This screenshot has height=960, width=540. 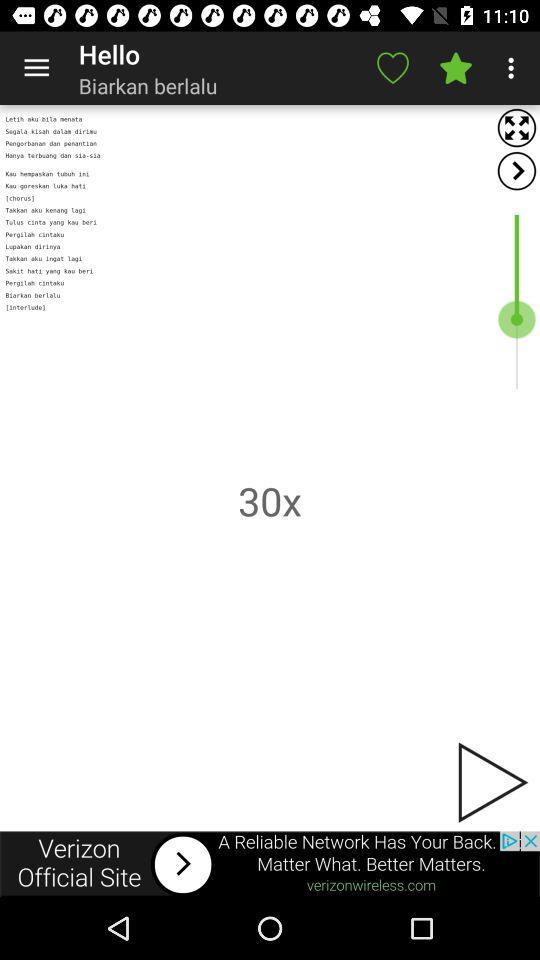 I want to click on next, so click(x=490, y=782).